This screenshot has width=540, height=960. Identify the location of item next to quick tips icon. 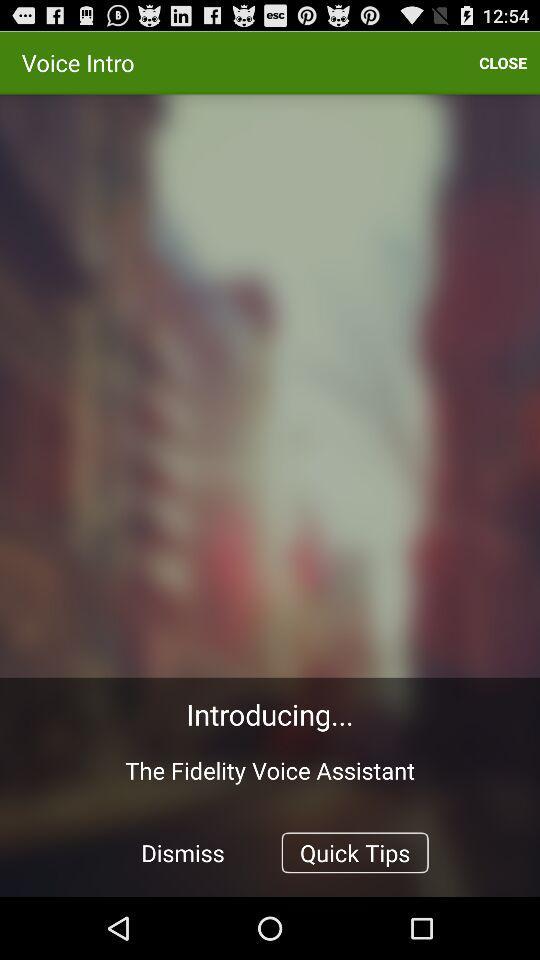
(183, 851).